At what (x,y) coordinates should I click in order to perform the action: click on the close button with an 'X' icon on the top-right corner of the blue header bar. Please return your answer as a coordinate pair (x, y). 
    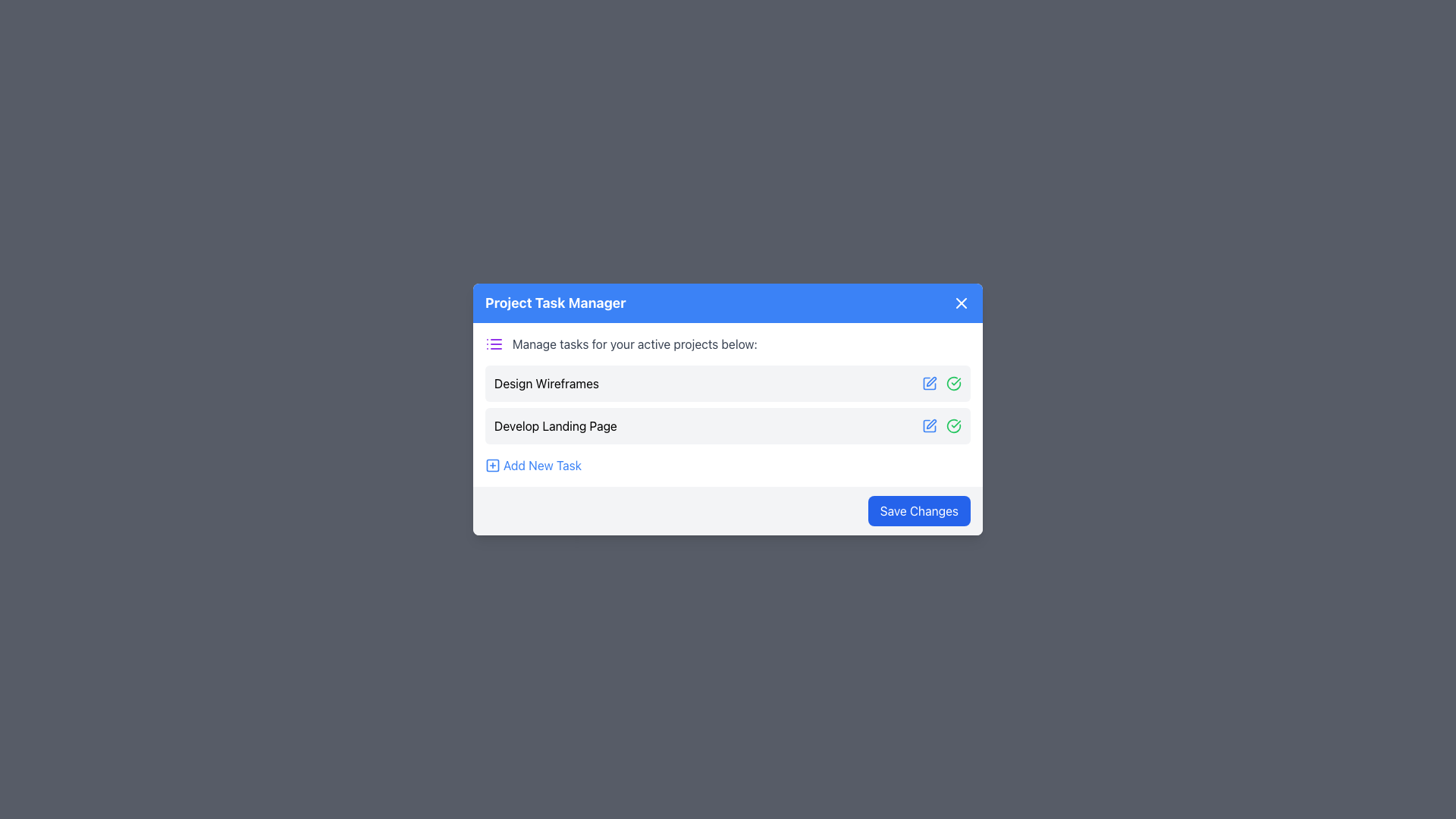
    Looking at the image, I should click on (960, 303).